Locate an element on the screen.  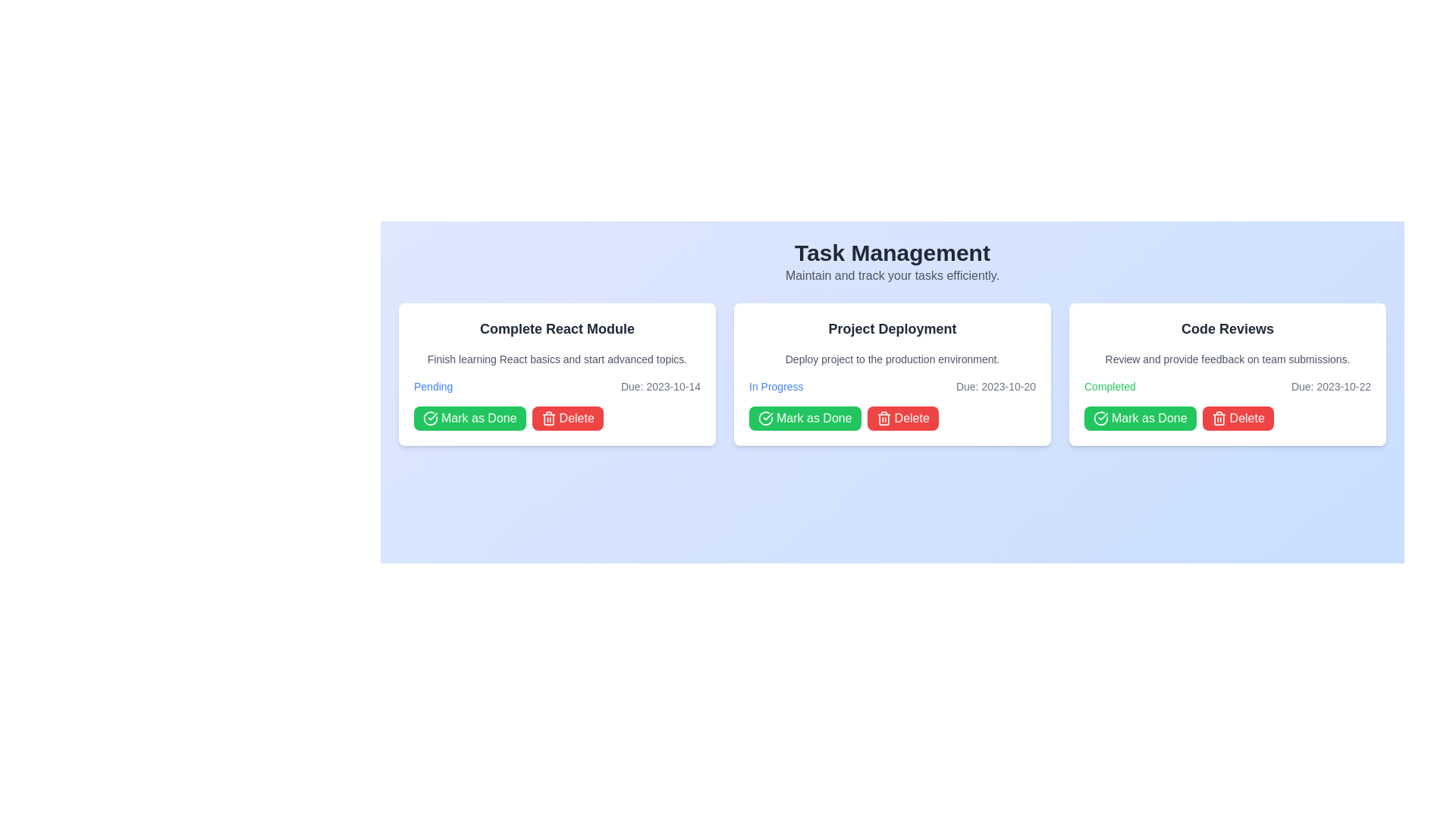
the static text element providing details about 'Project Deployment', which is positioned beneath the title and above the status indicator is located at coordinates (892, 359).